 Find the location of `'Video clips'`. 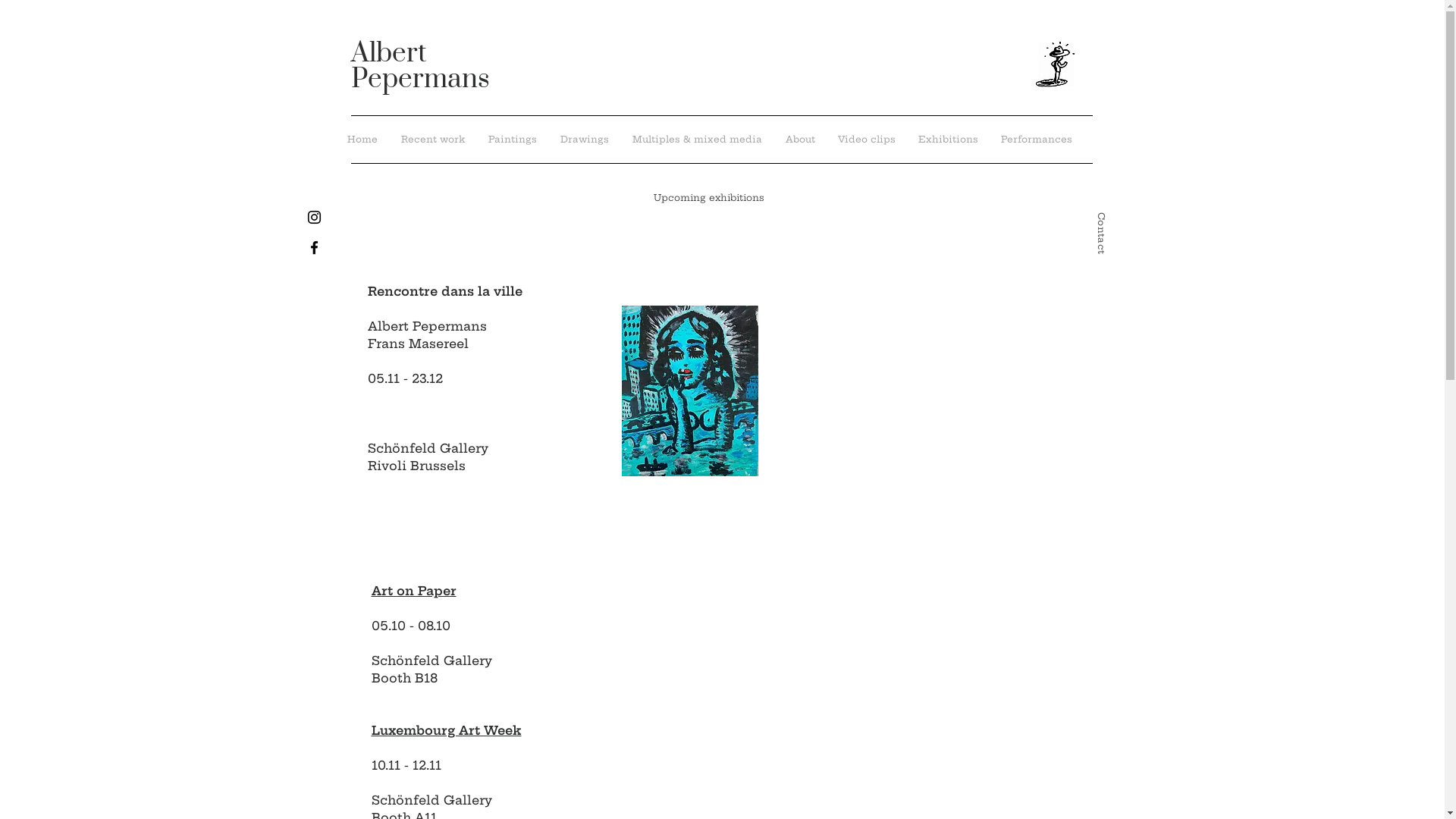

'Video clips' is located at coordinates (866, 140).